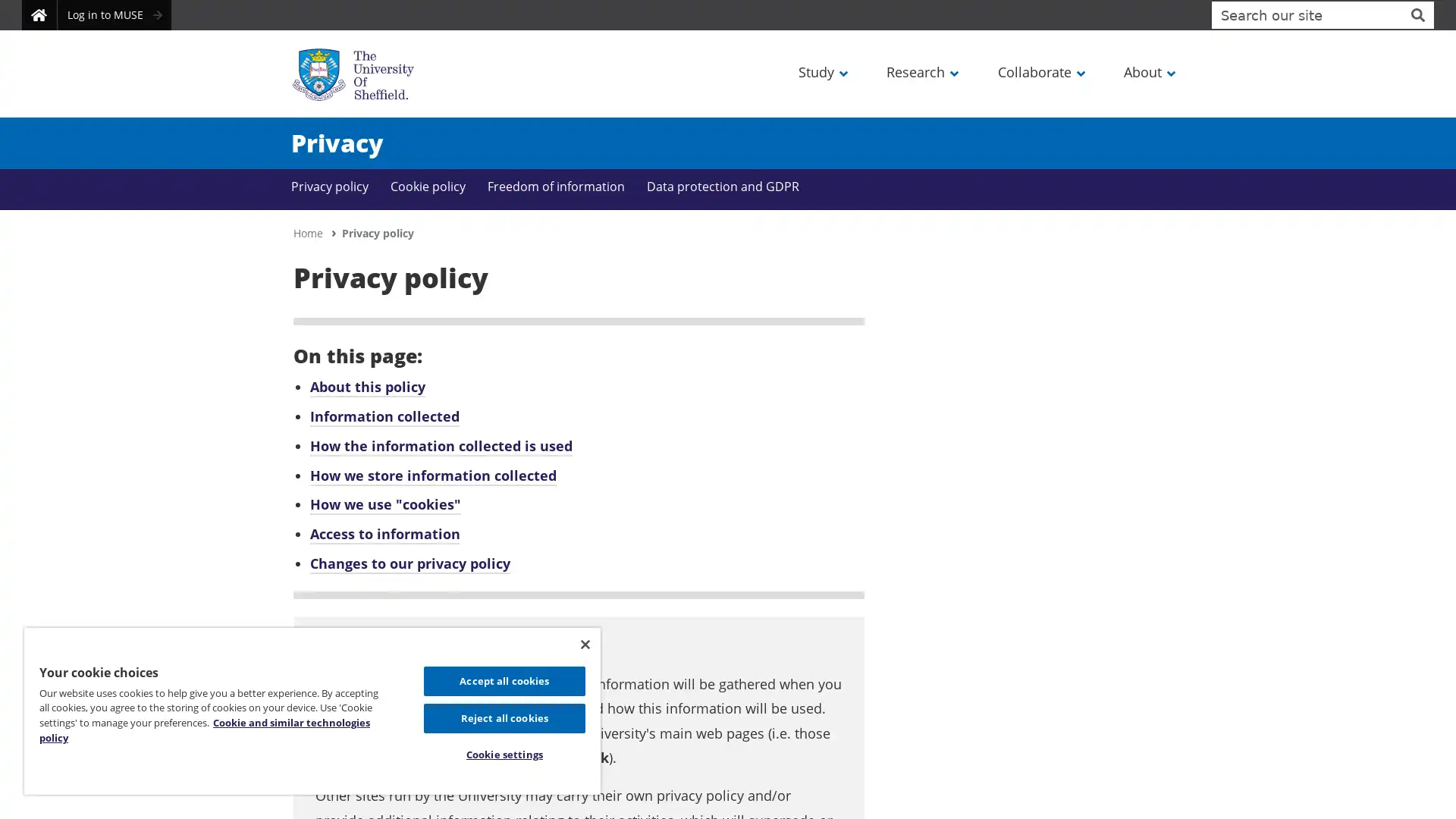  I want to click on Accept all cookies, so click(504, 679).